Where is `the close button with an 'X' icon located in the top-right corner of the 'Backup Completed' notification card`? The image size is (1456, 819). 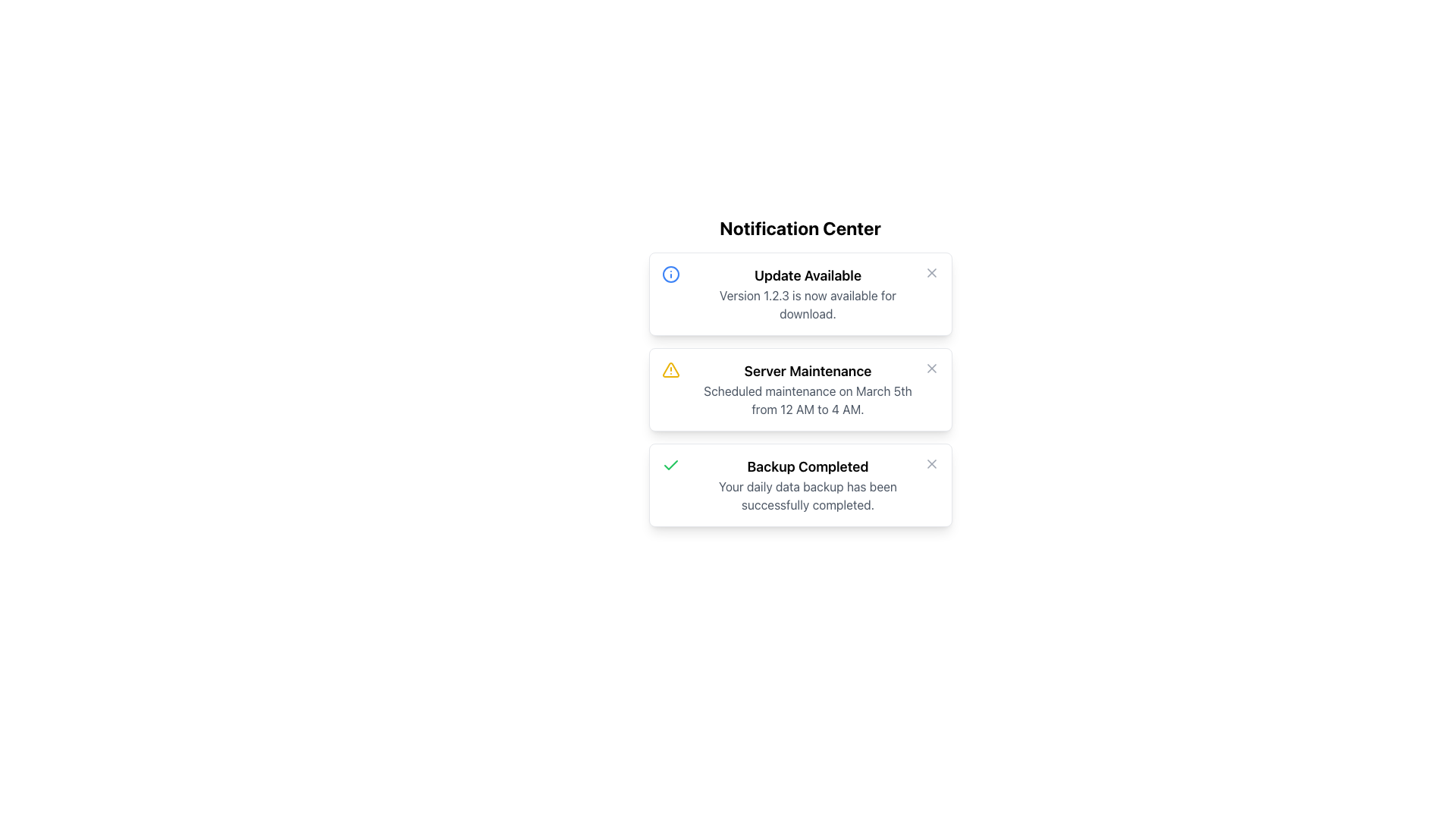
the close button with an 'X' icon located in the top-right corner of the 'Backup Completed' notification card is located at coordinates (930, 463).